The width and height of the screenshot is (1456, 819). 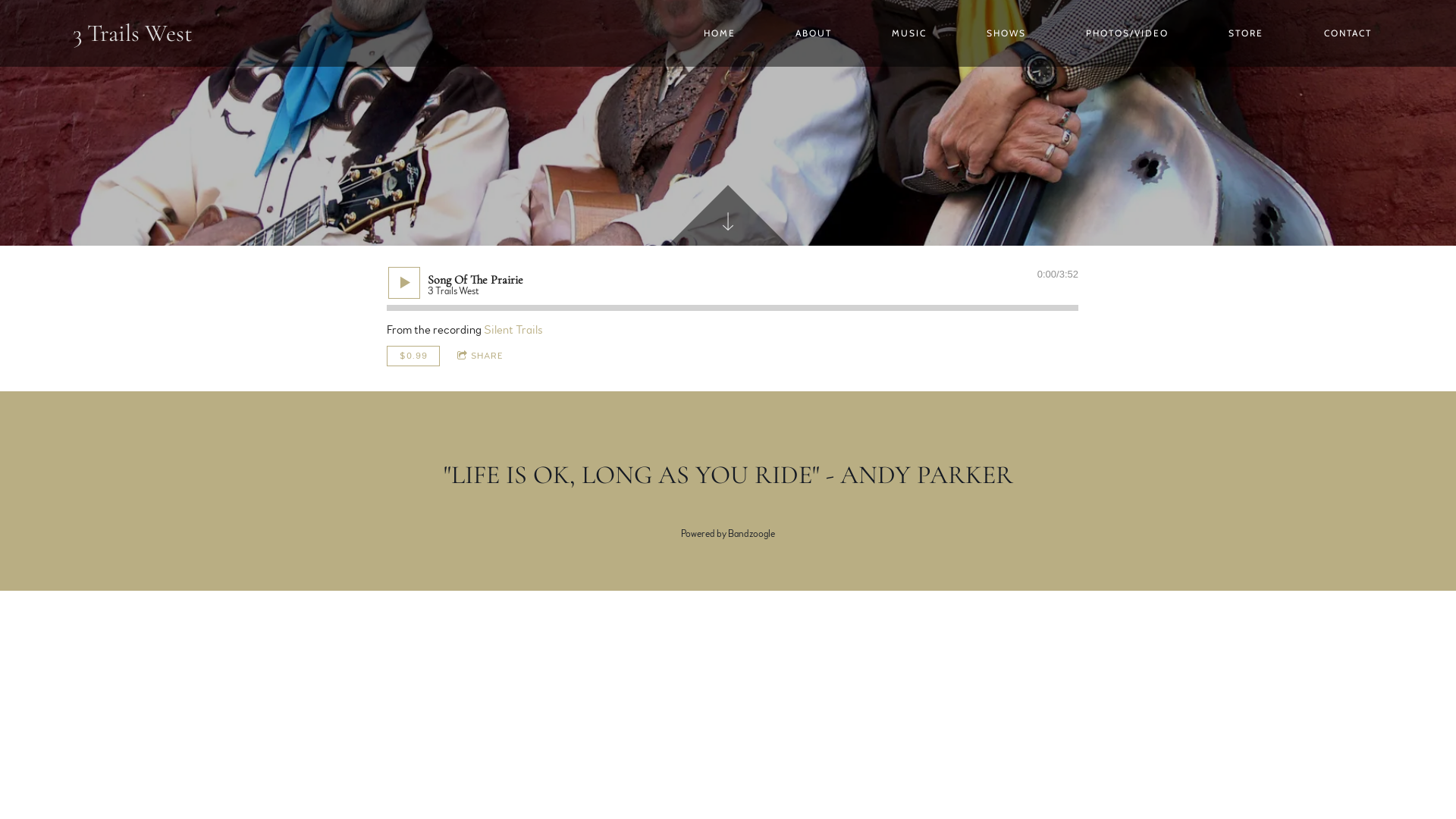 What do you see at coordinates (479, 356) in the screenshot?
I see `'SHARE'` at bounding box center [479, 356].